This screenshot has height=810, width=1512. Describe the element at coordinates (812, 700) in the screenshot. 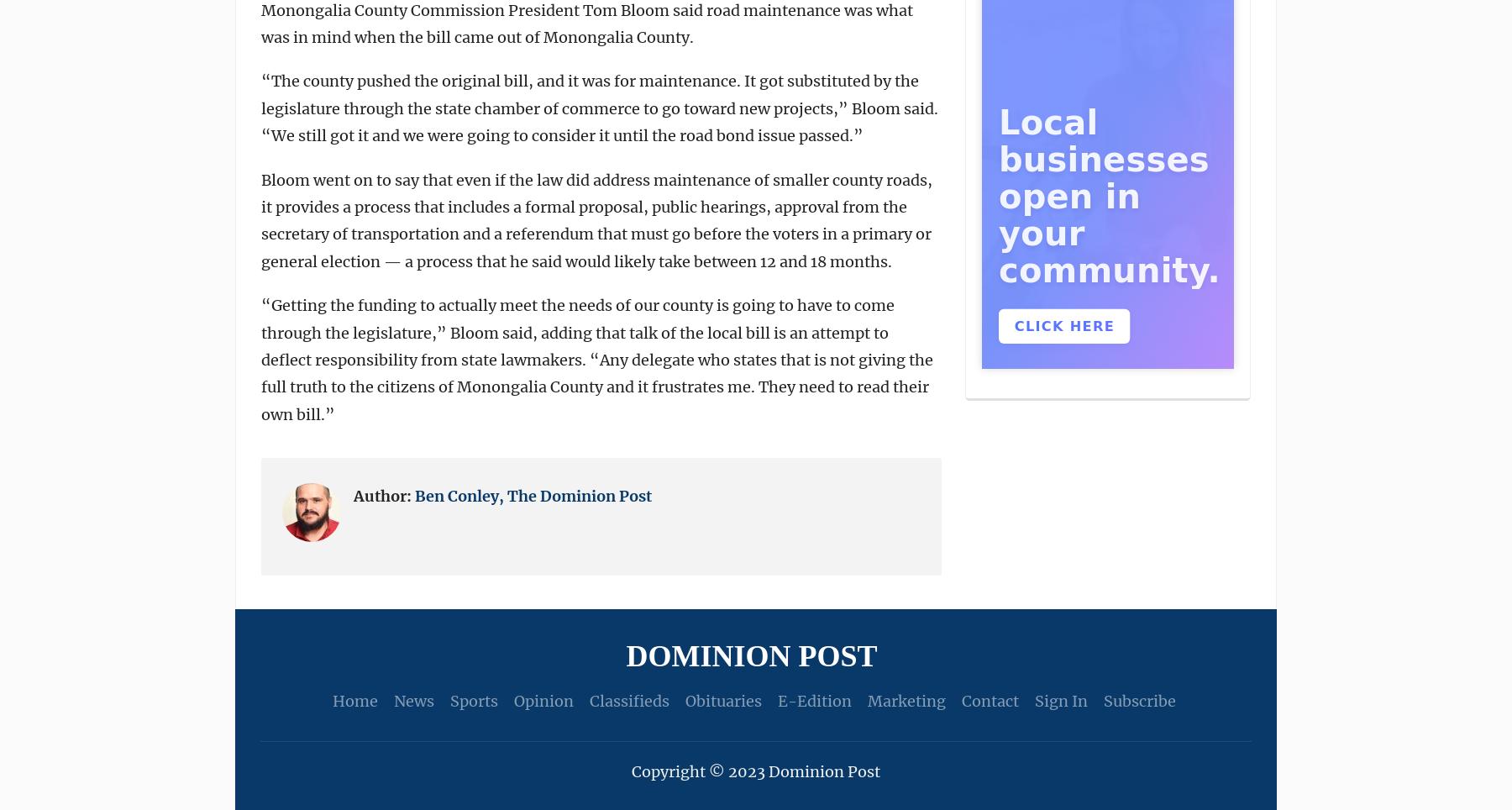

I see `'E-Edition'` at that location.